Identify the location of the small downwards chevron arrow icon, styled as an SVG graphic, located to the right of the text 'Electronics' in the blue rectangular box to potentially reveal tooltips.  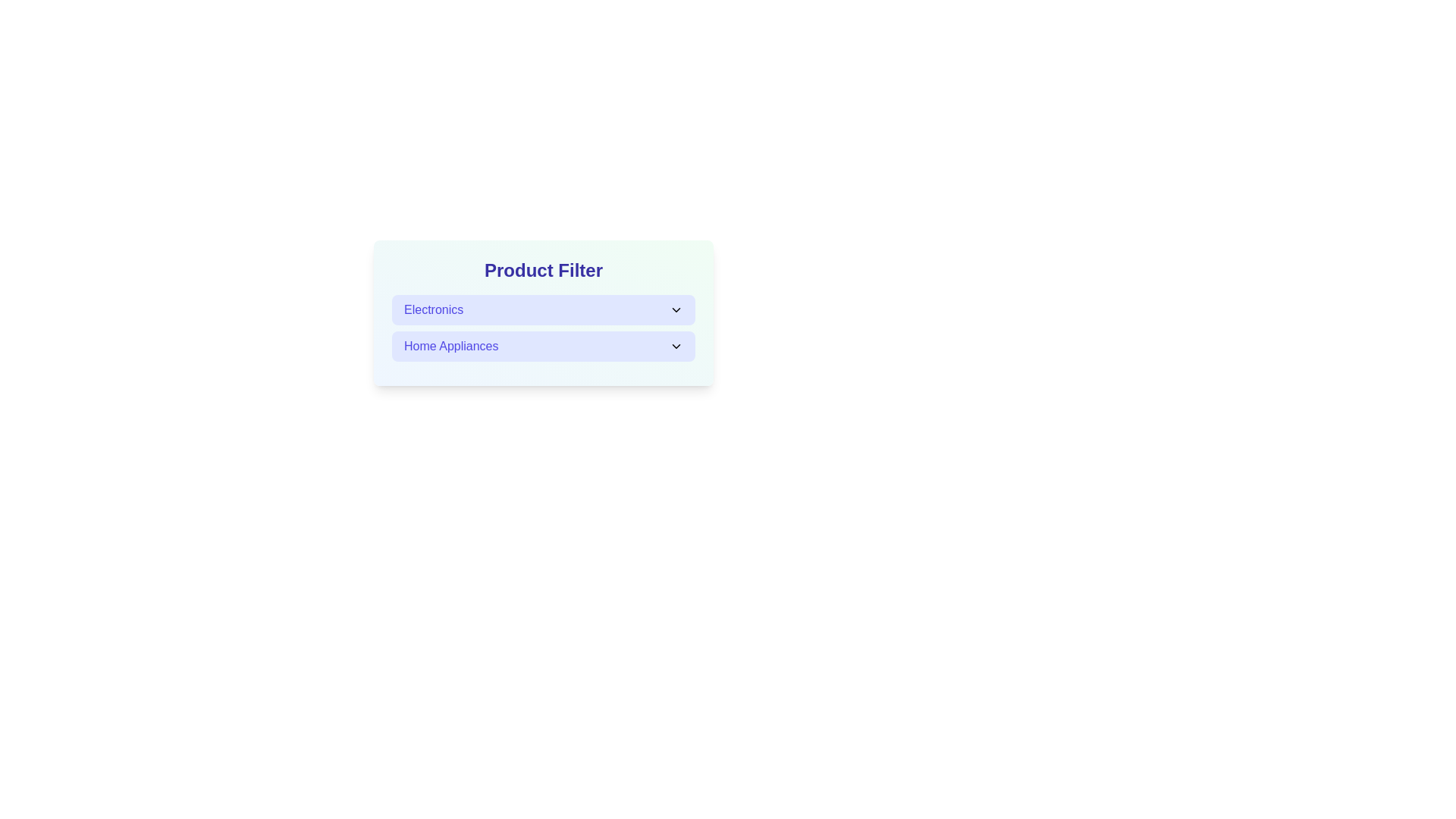
(676, 309).